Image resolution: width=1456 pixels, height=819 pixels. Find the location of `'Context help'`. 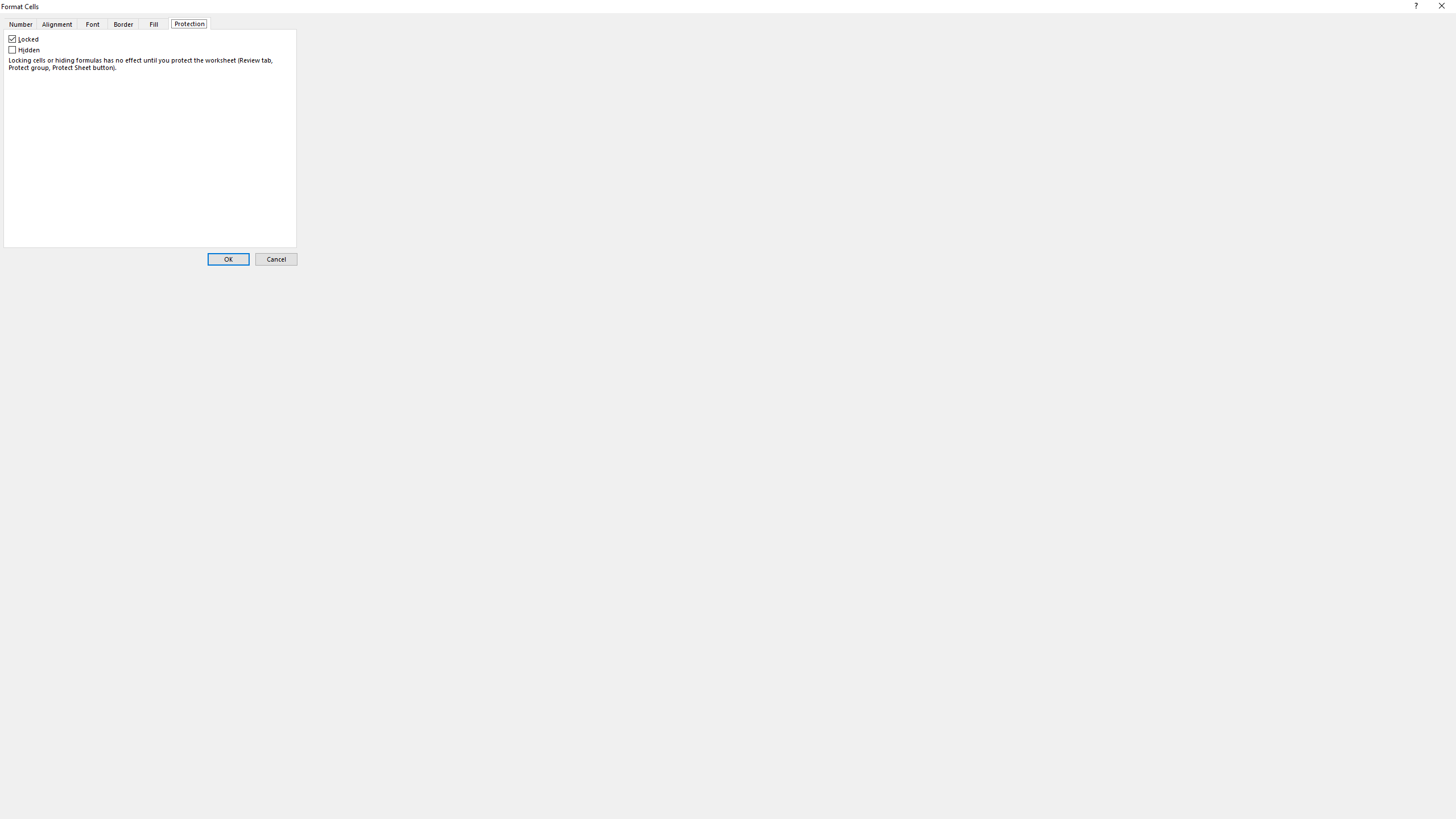

'Context help' is located at coordinates (1414, 9).